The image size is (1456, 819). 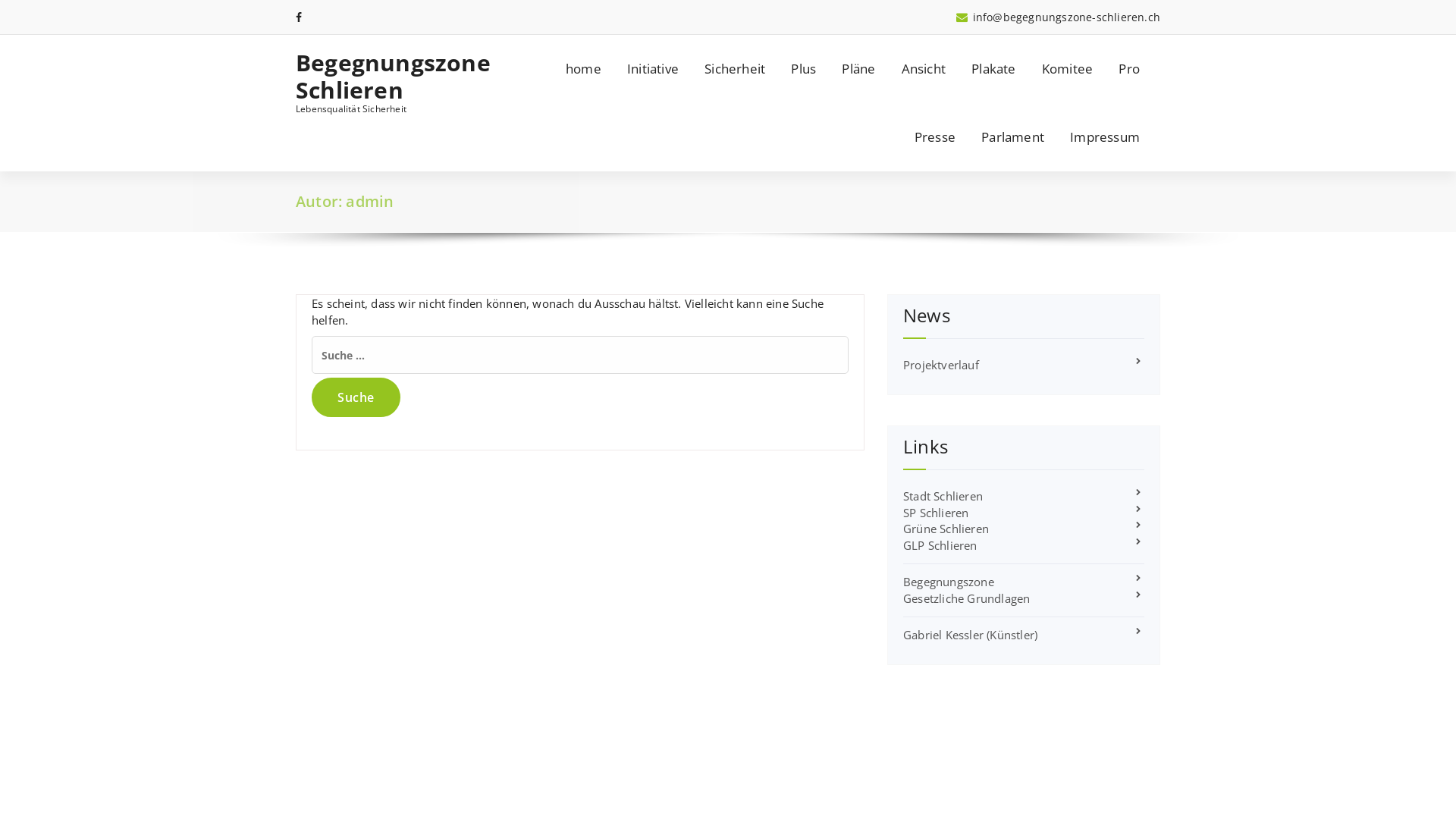 What do you see at coordinates (940, 365) in the screenshot?
I see `'Projektverlauf'` at bounding box center [940, 365].